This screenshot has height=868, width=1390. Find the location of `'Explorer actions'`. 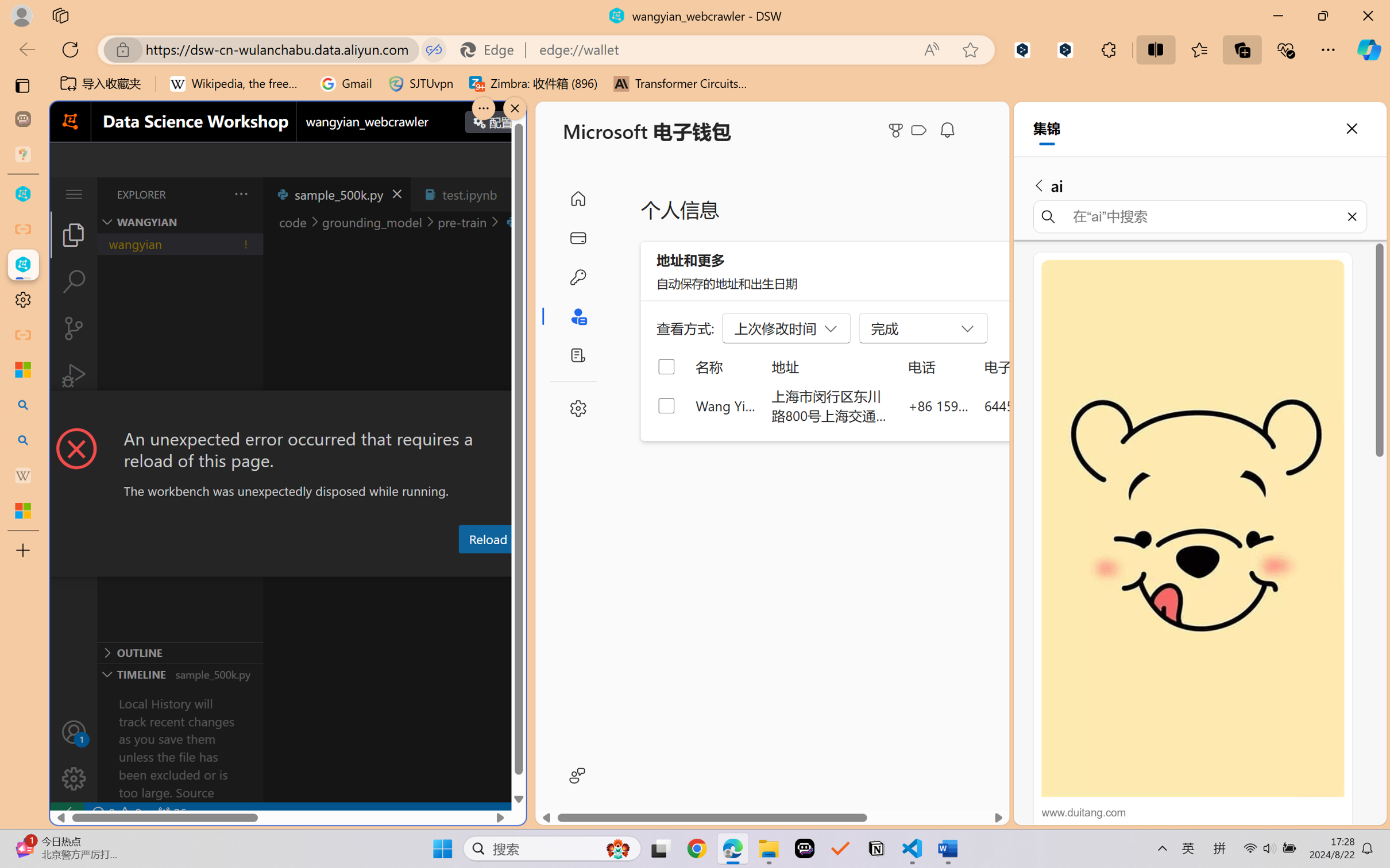

'Explorer actions' is located at coordinates (212, 193).